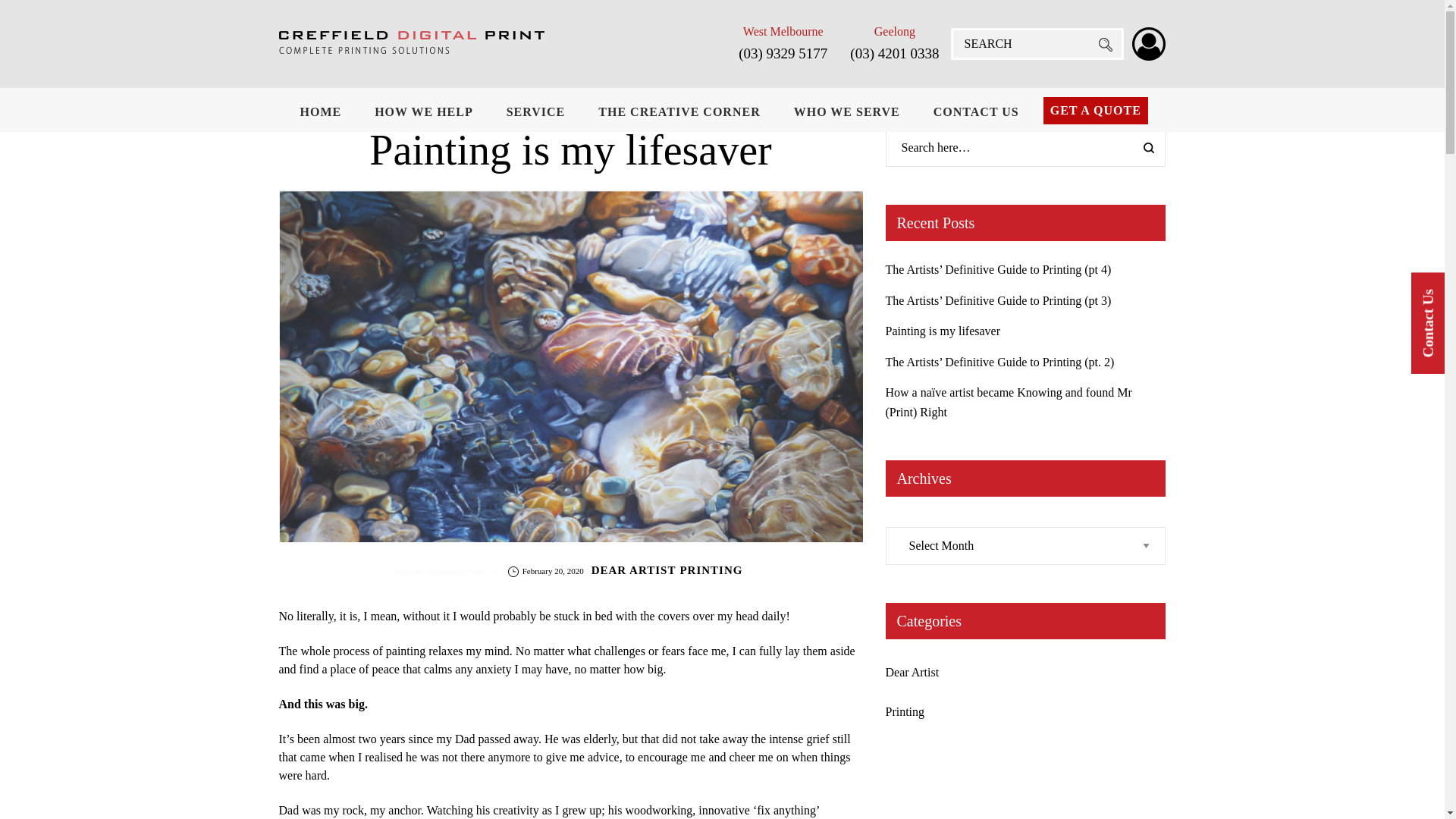  I want to click on 'Printing', so click(905, 711).